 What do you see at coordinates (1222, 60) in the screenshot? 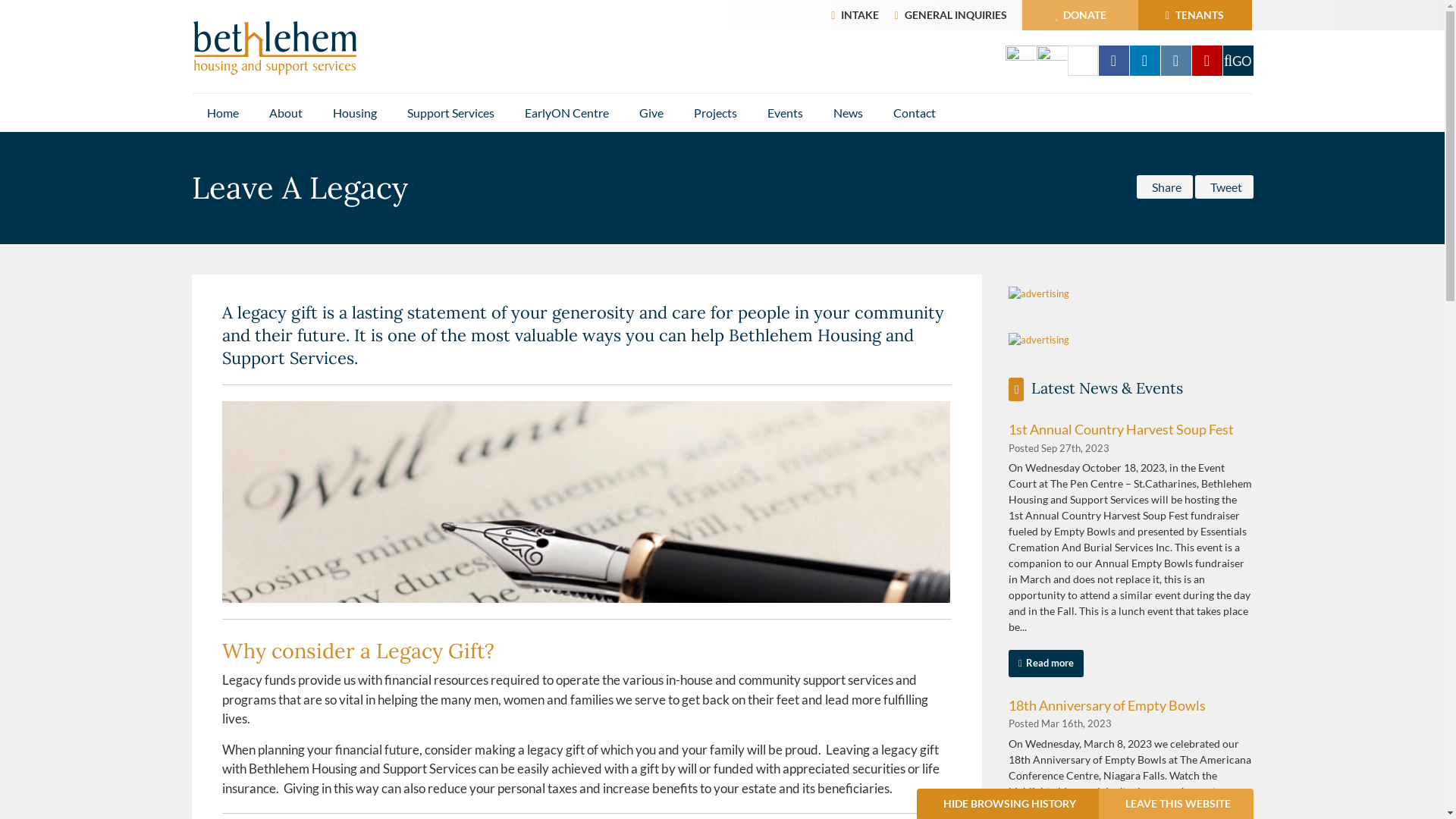
I see `'submit'` at bounding box center [1222, 60].